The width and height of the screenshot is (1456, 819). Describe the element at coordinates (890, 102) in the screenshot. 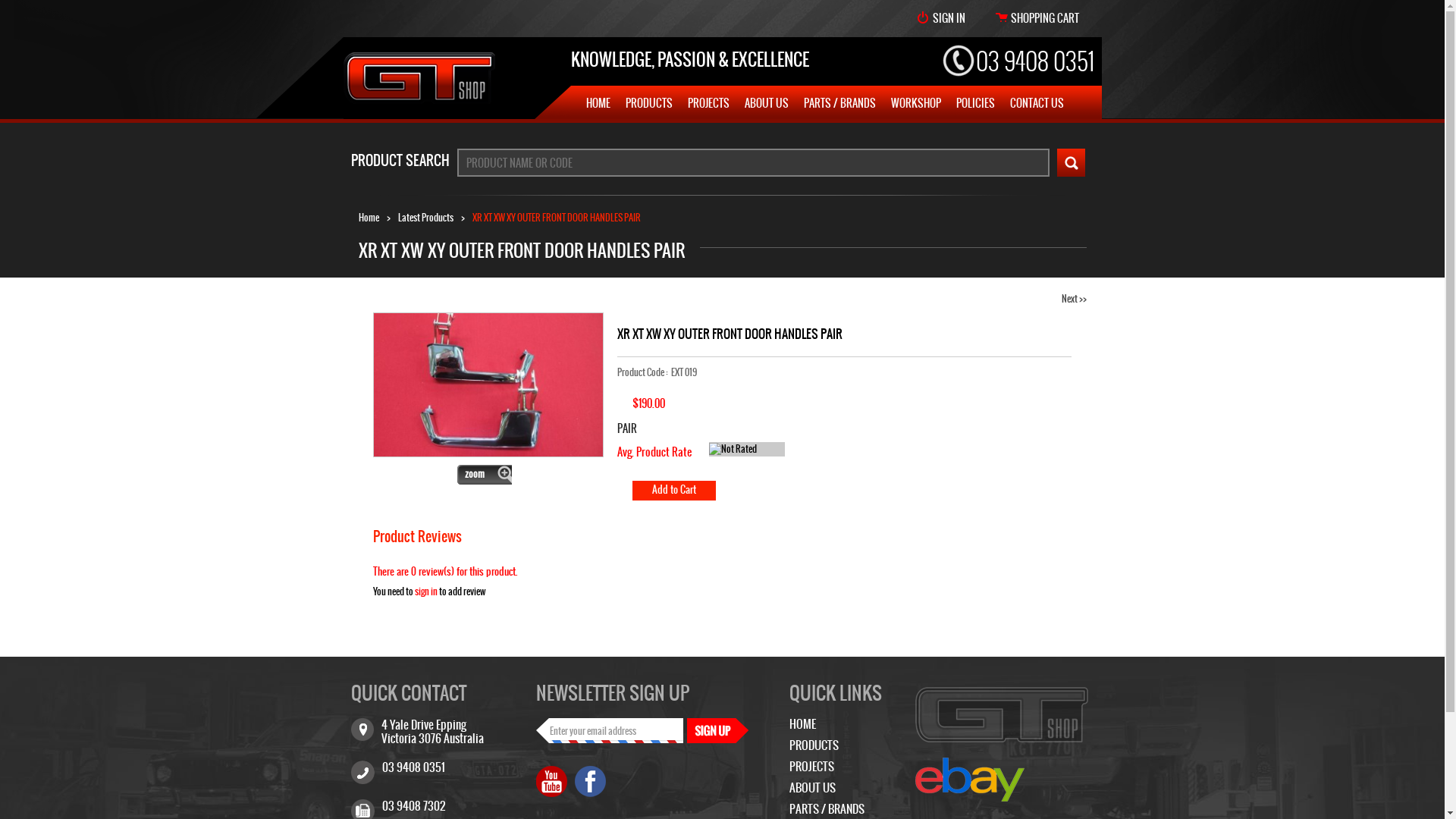

I see `'WORKSHOP'` at that location.